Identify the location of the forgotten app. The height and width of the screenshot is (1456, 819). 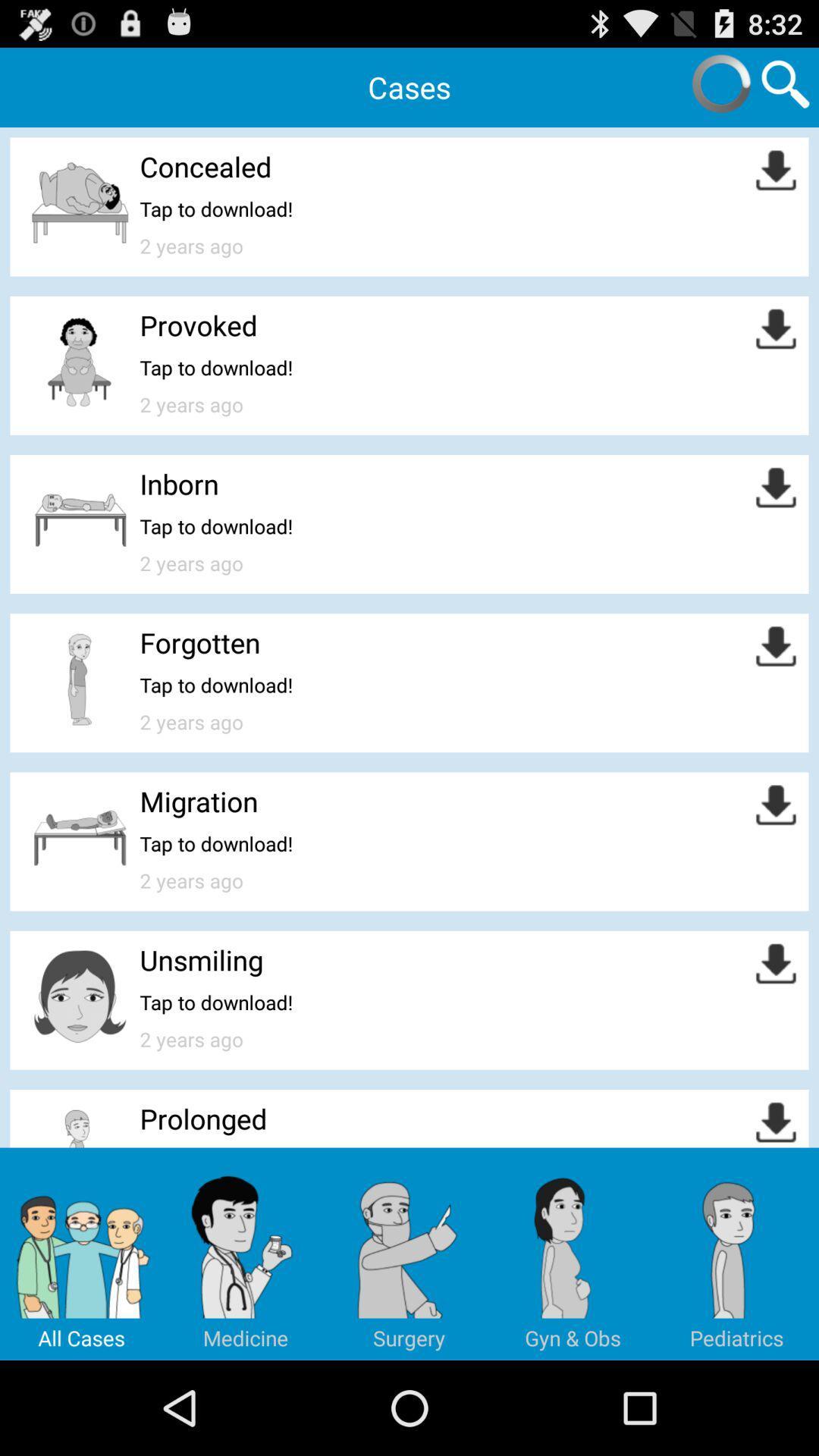
(199, 642).